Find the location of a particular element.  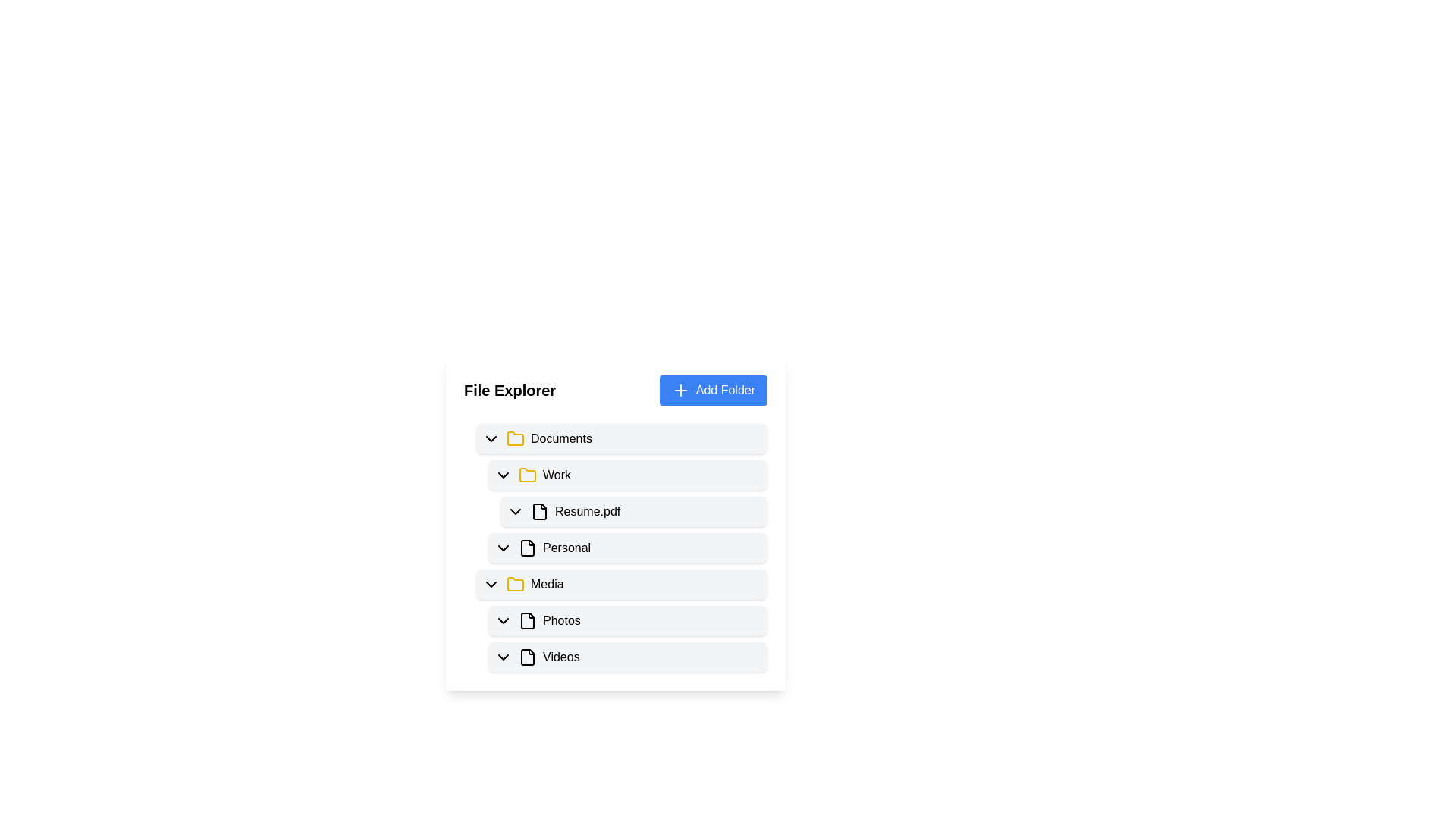

the 'Personal' button in the file explorer is located at coordinates (622, 544).